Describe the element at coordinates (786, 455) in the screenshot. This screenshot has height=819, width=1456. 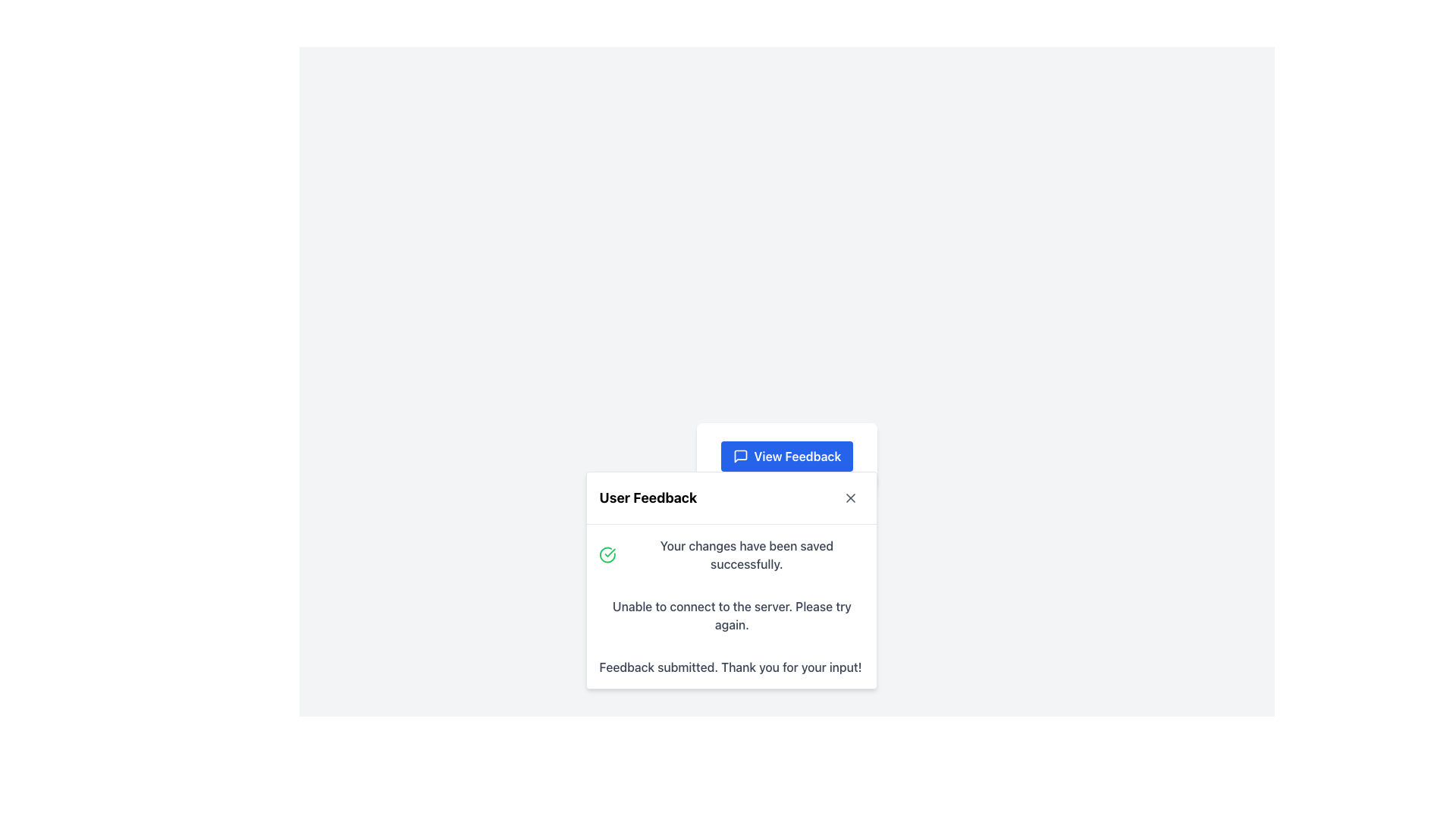
I see `the rectangular button with a blue background and white text reading 'View Feedback', located at the top-middle of a white card` at that location.